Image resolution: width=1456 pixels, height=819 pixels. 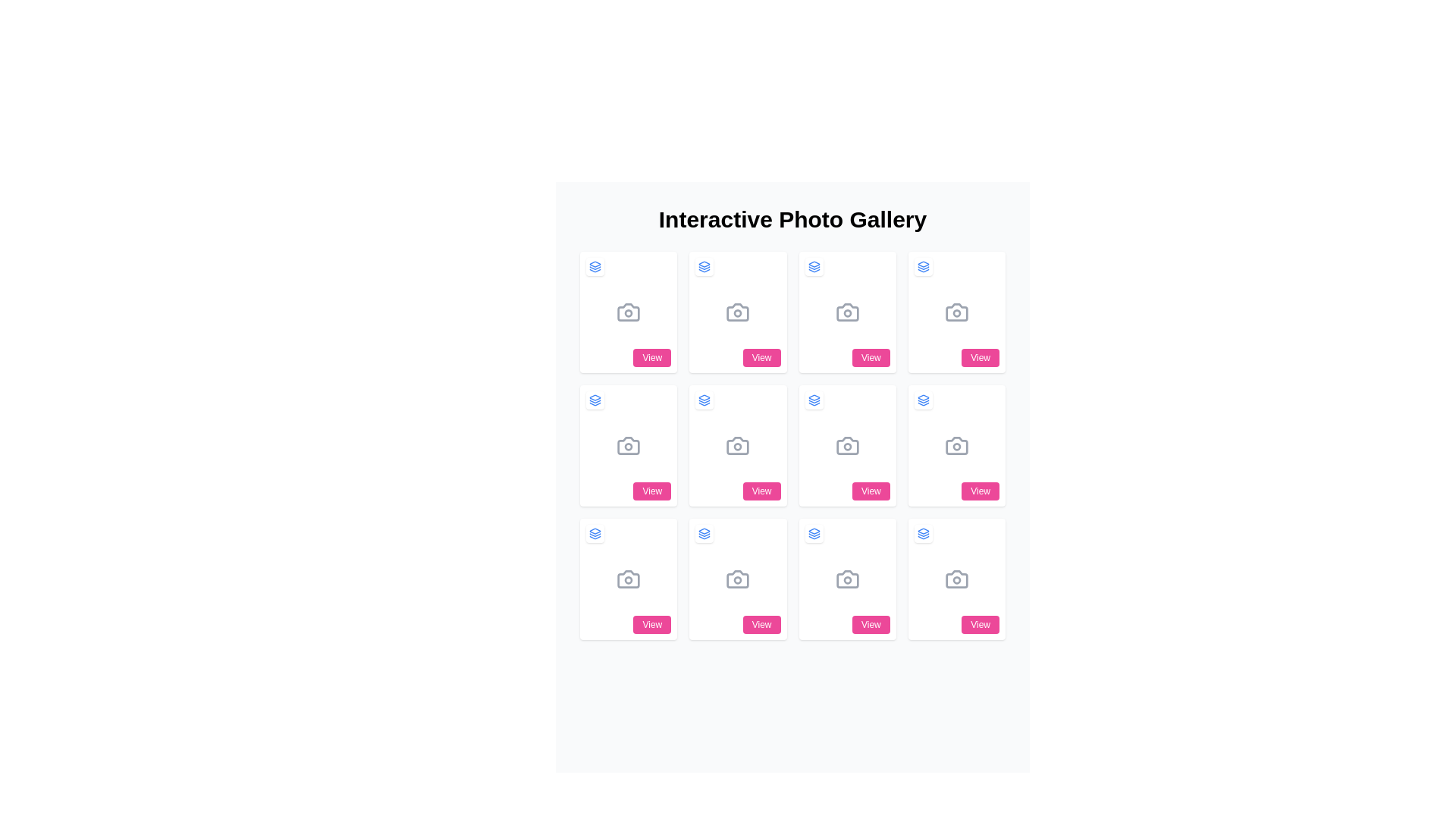 I want to click on the button located in the bottom-right corner of the last card in the fourth row, so click(x=871, y=625).